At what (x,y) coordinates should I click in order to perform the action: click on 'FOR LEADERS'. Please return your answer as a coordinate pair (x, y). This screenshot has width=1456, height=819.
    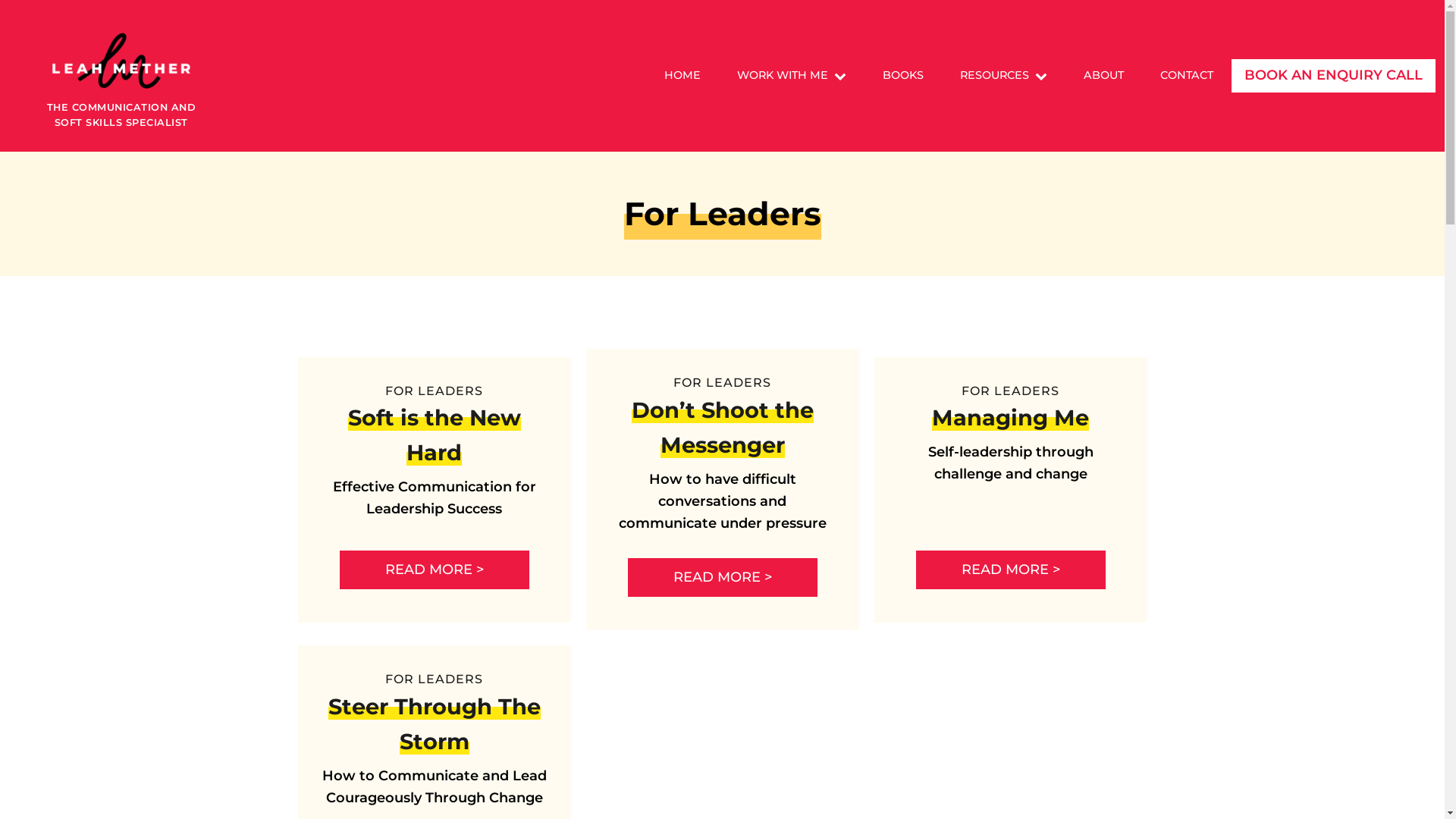
    Looking at the image, I should click on (1010, 390).